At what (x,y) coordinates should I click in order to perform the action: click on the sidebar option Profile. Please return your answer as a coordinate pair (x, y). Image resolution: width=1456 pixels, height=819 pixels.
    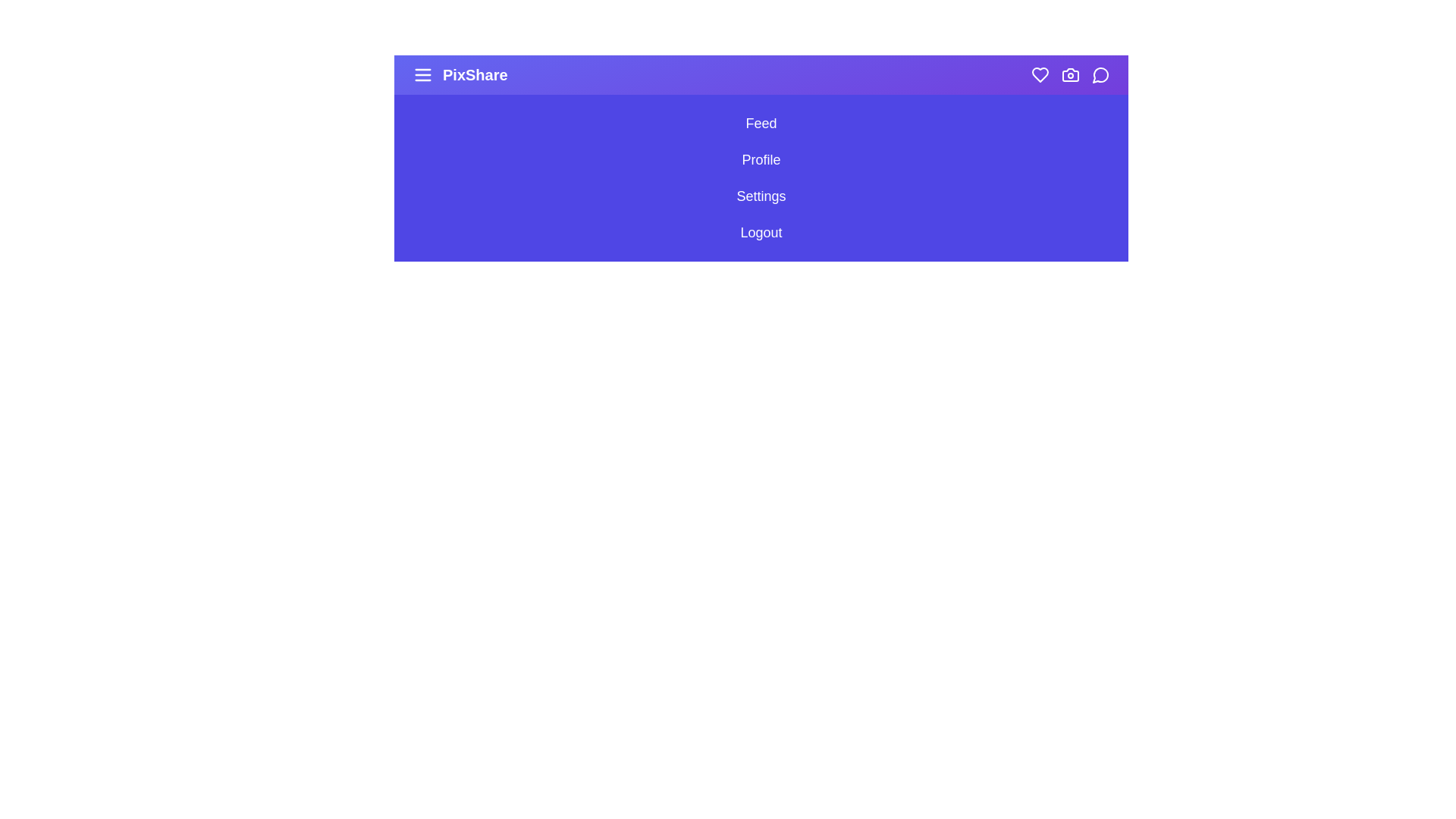
    Looking at the image, I should click on (761, 160).